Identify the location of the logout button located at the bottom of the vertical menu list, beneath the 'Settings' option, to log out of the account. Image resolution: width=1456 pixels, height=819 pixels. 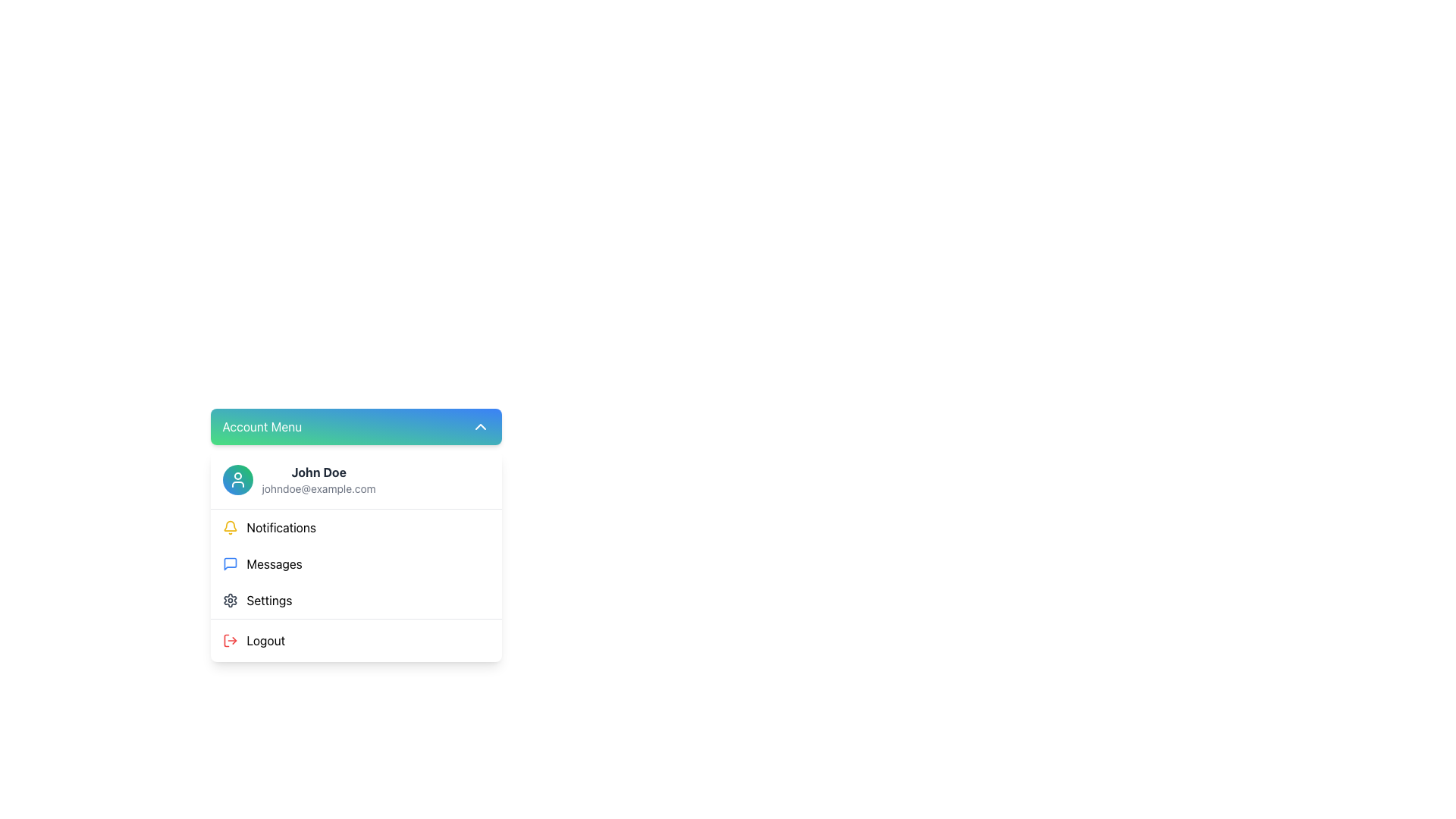
(355, 640).